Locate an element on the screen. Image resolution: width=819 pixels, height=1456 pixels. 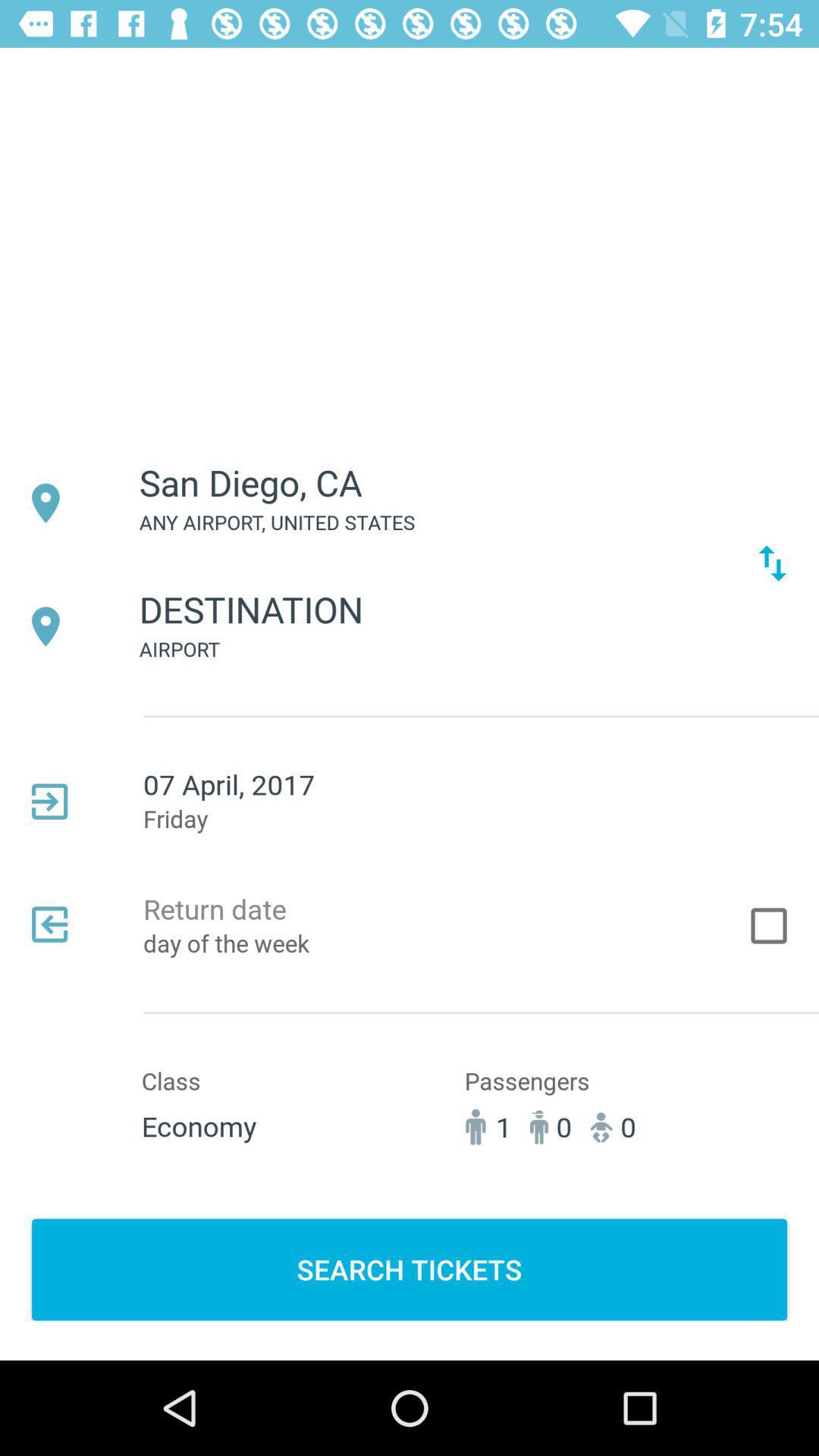
the button above the checkbox on the web page is located at coordinates (772, 563).